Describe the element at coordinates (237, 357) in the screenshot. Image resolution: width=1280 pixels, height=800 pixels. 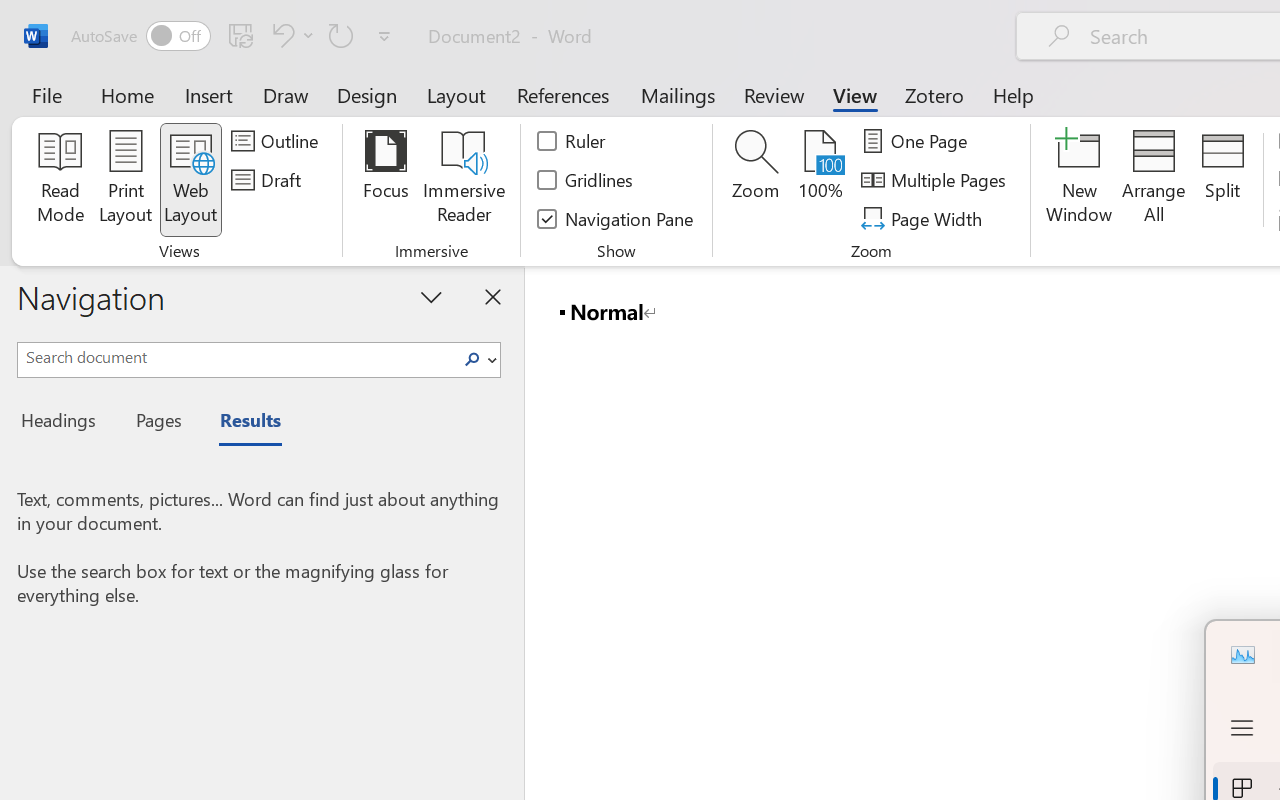
I see `'Search document'` at that location.